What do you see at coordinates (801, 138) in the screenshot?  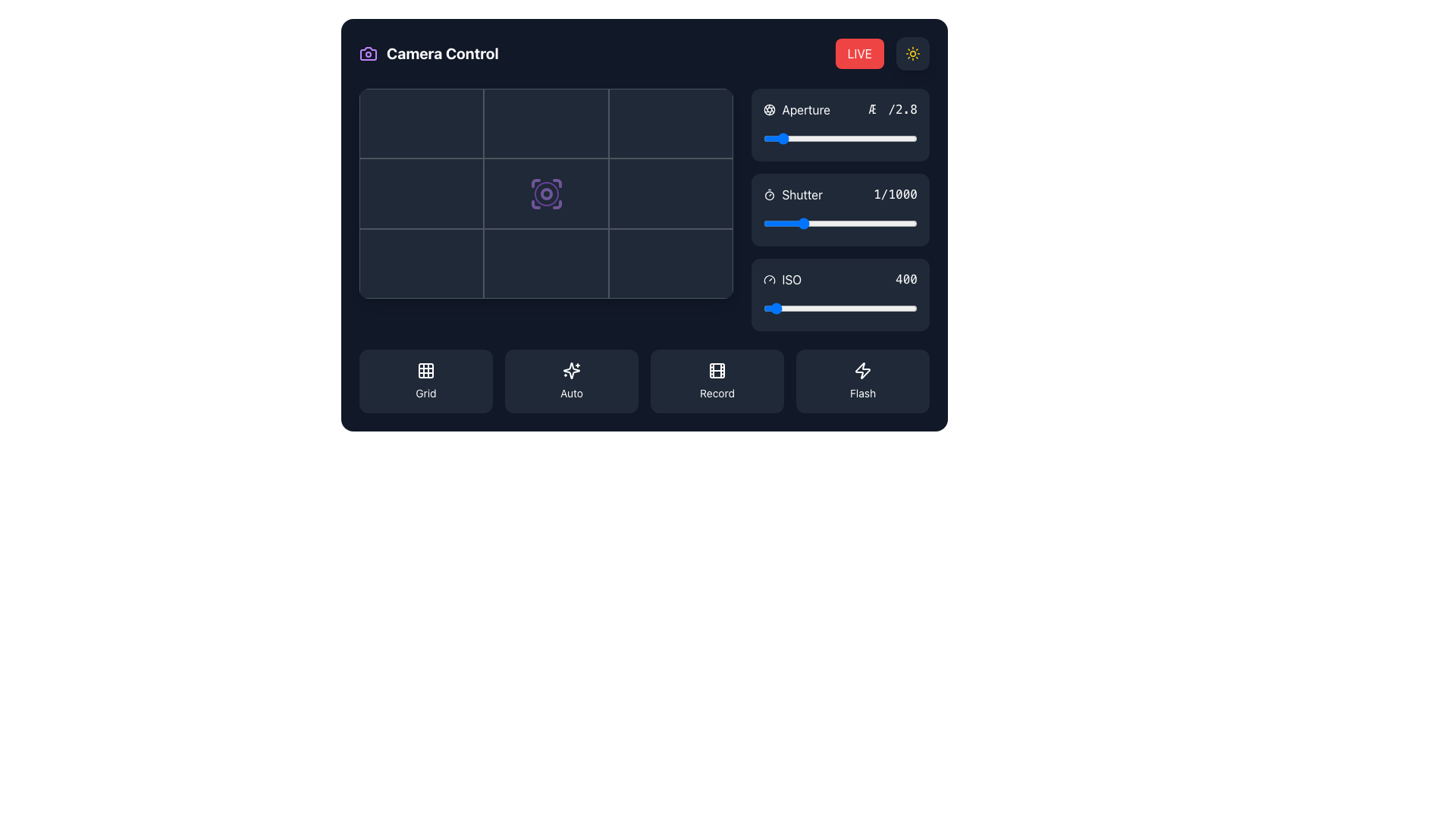 I see `the aperture` at bounding box center [801, 138].